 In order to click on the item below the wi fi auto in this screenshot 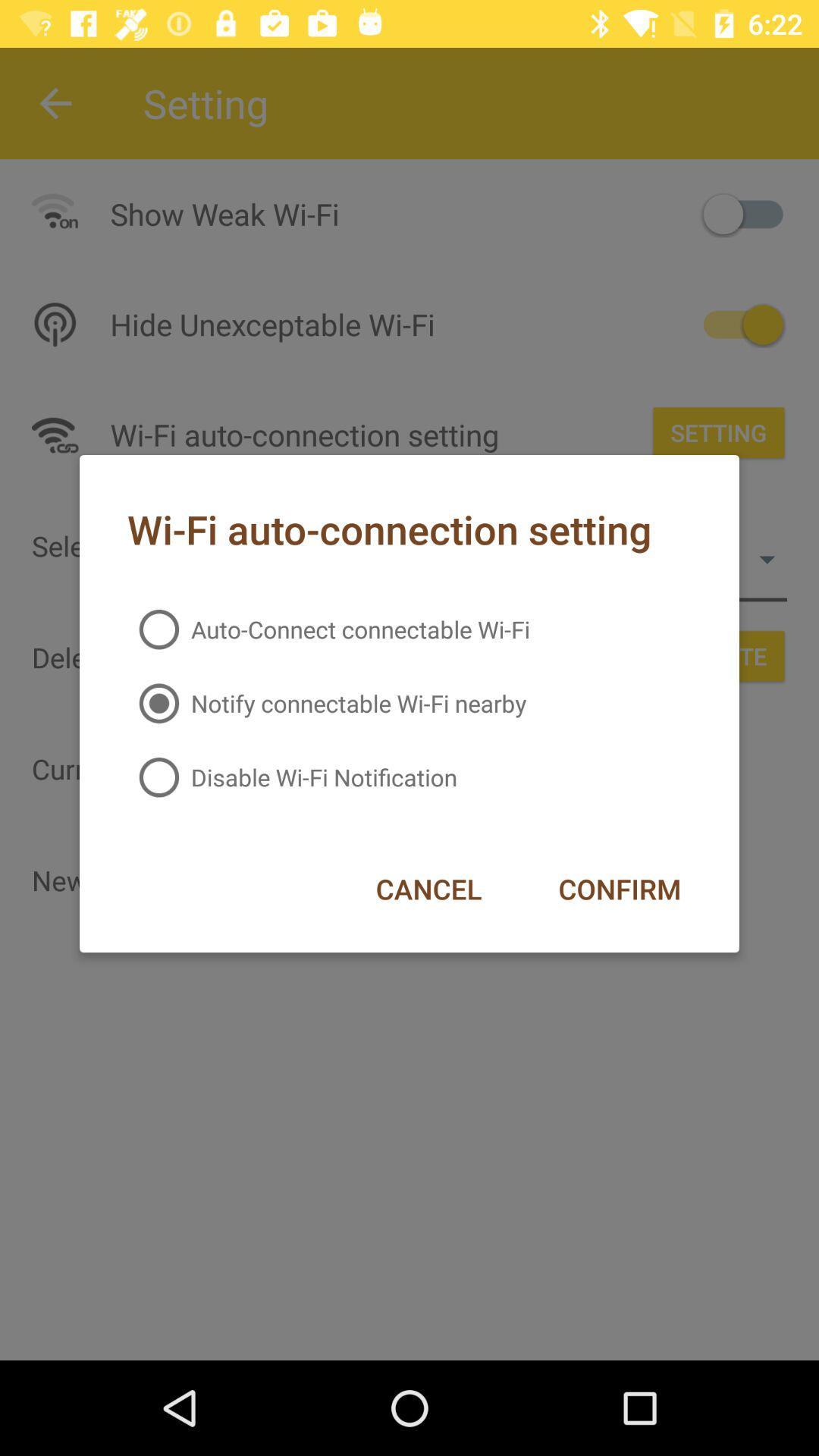, I will do `click(328, 629)`.